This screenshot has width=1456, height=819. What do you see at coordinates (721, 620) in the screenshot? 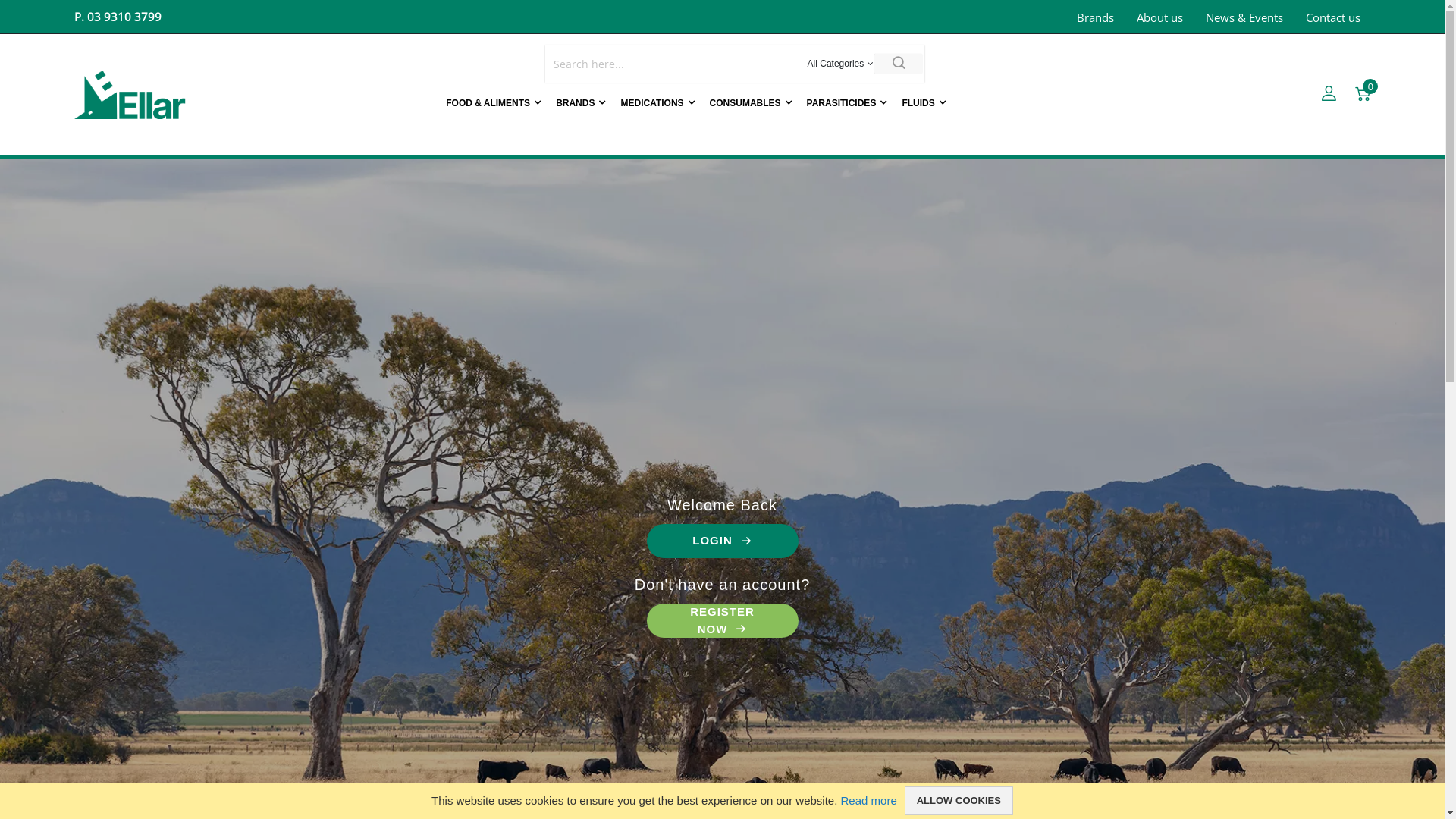
I see `'REGISTER NOW'` at bounding box center [721, 620].